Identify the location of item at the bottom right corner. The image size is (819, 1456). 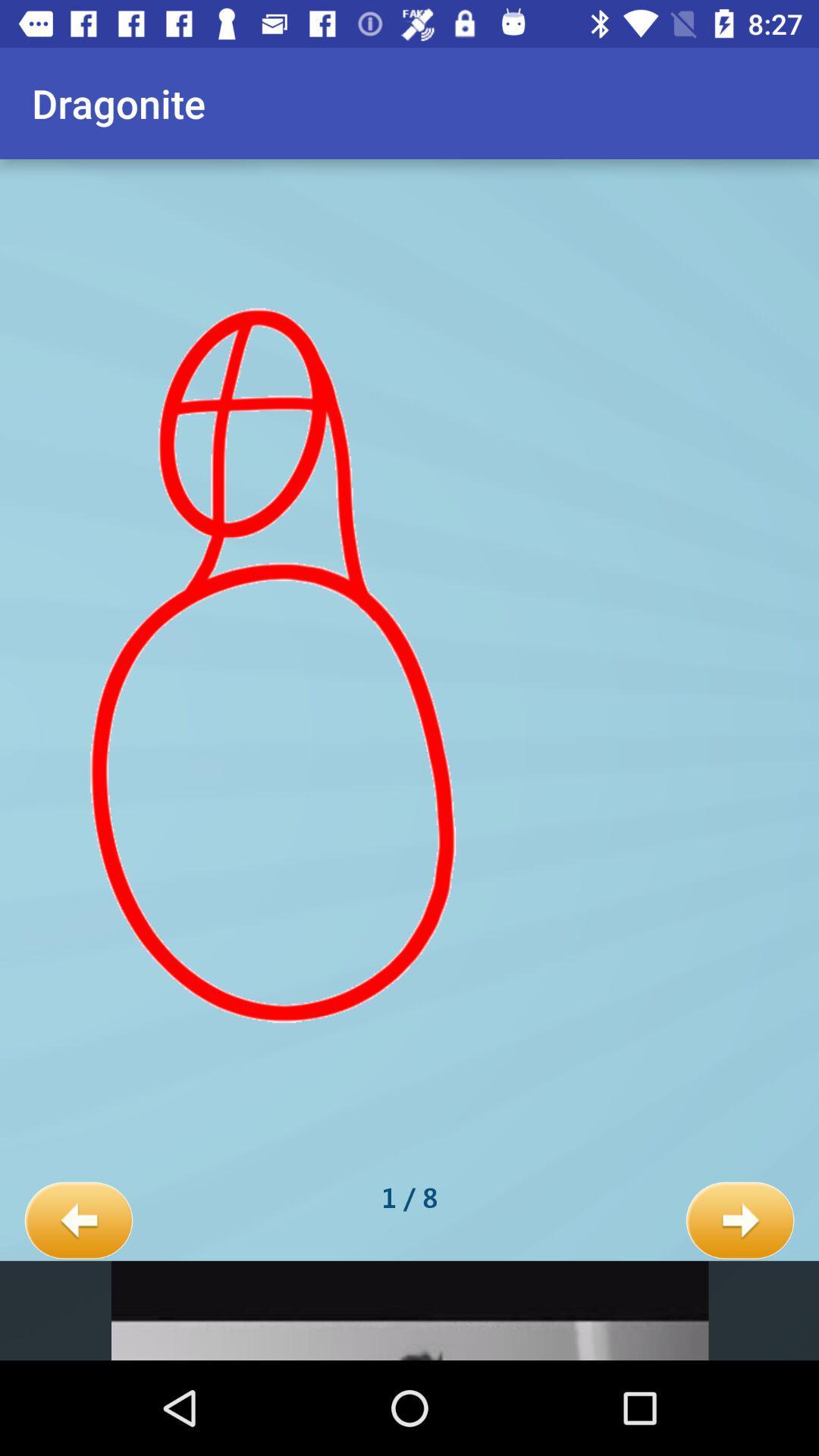
(739, 1221).